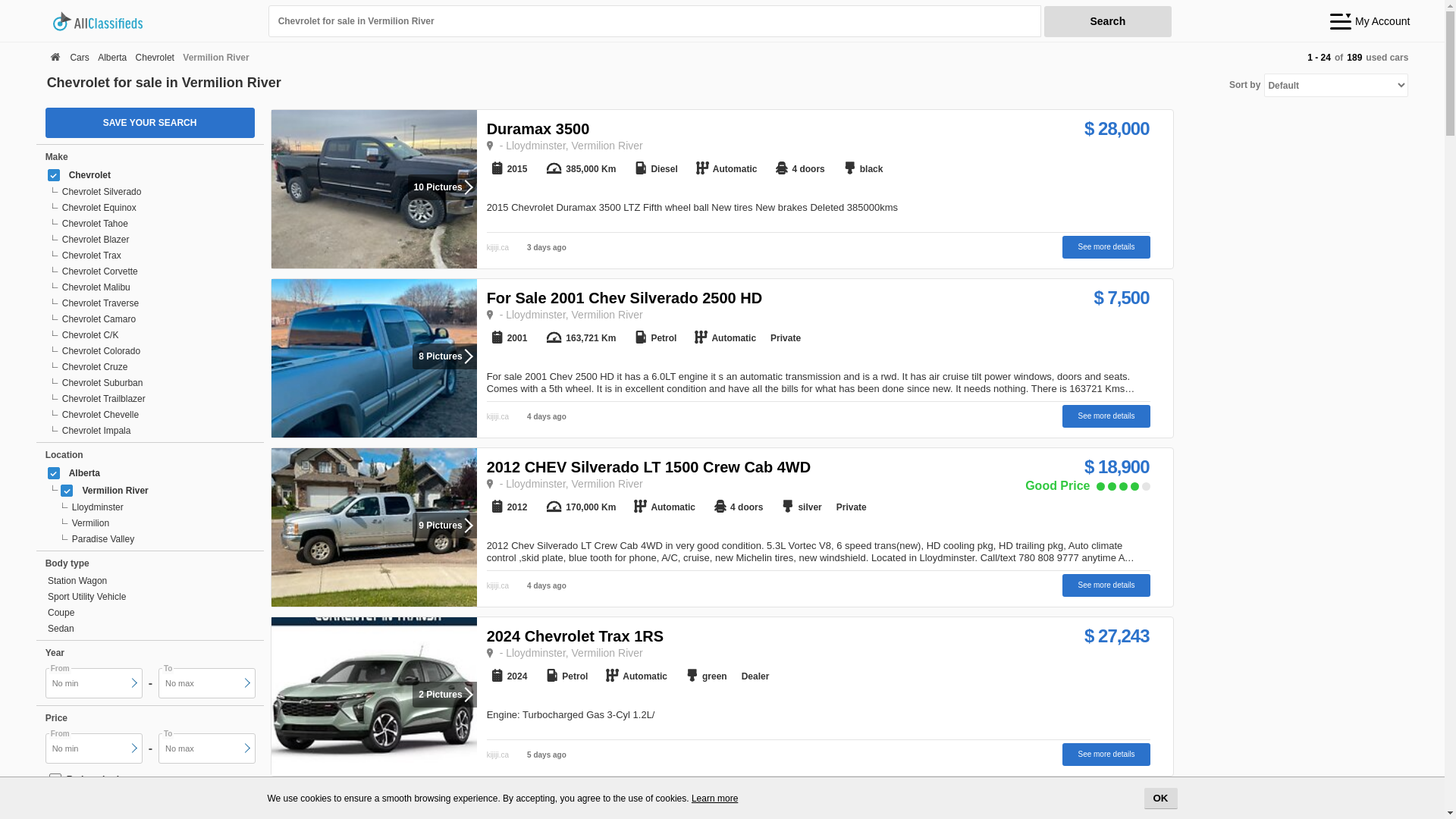 The width and height of the screenshot is (1456, 819). What do you see at coordinates (58, 351) in the screenshot?
I see `'Chevrolet Colorado'` at bounding box center [58, 351].